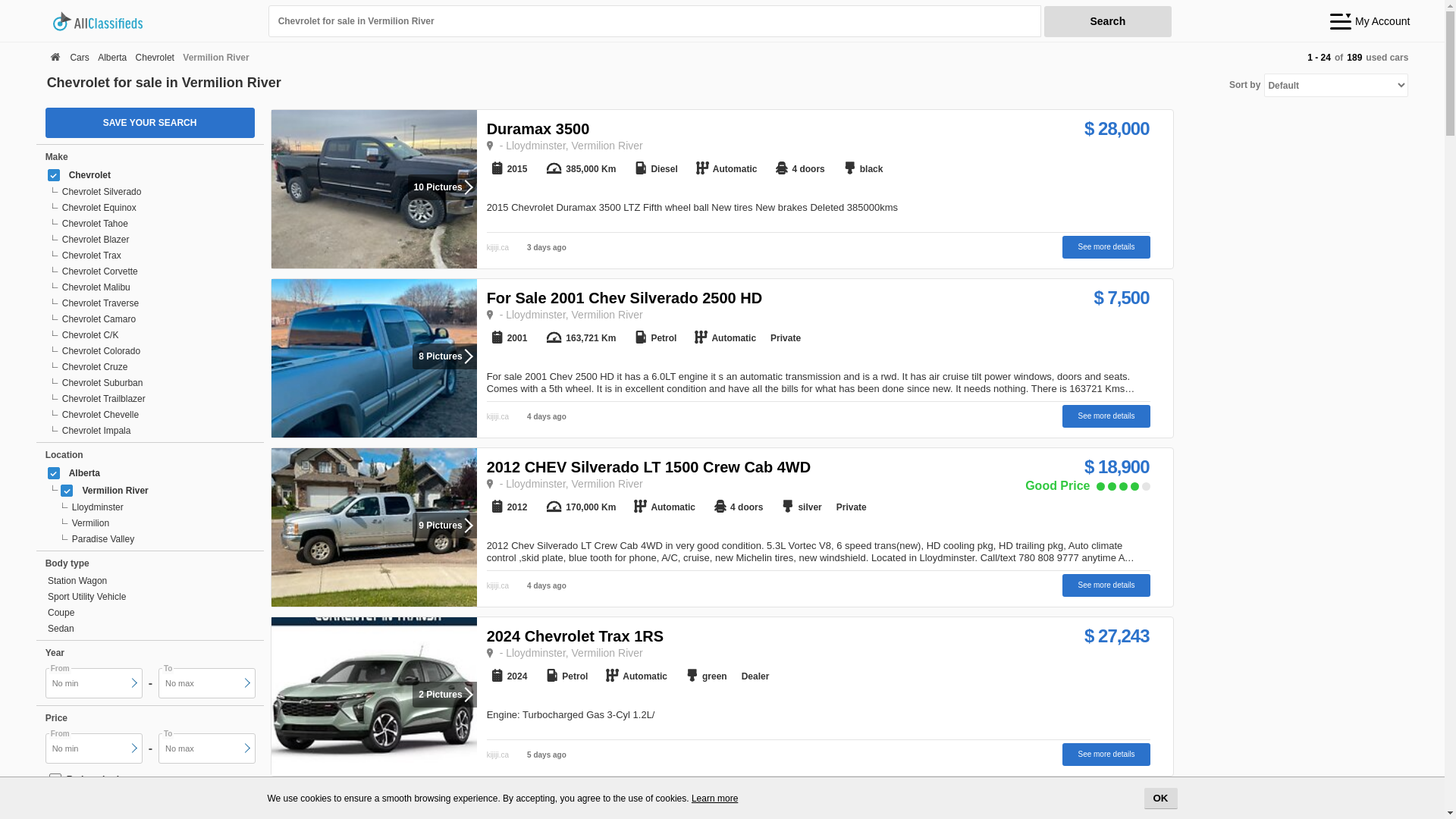 The width and height of the screenshot is (1456, 819). What do you see at coordinates (58, 351) in the screenshot?
I see `'Chevrolet Colorado'` at bounding box center [58, 351].